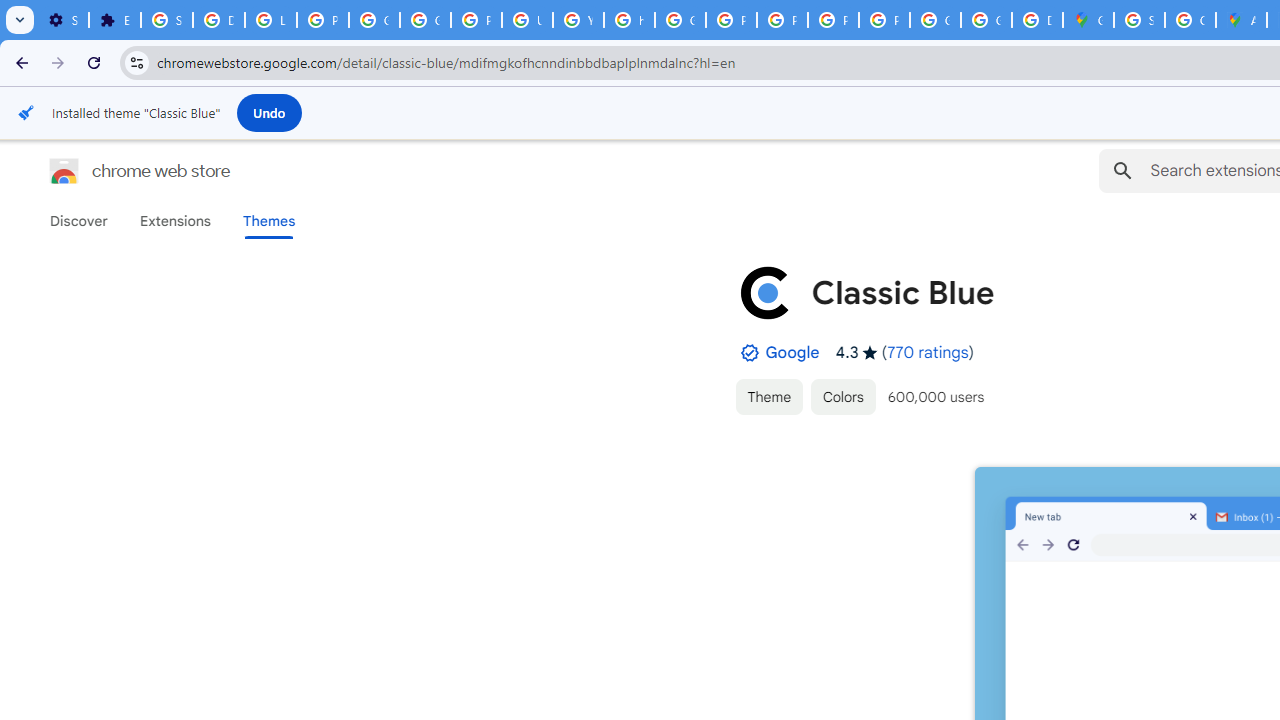  What do you see at coordinates (1190, 20) in the screenshot?
I see `'Create your Google Account'` at bounding box center [1190, 20].